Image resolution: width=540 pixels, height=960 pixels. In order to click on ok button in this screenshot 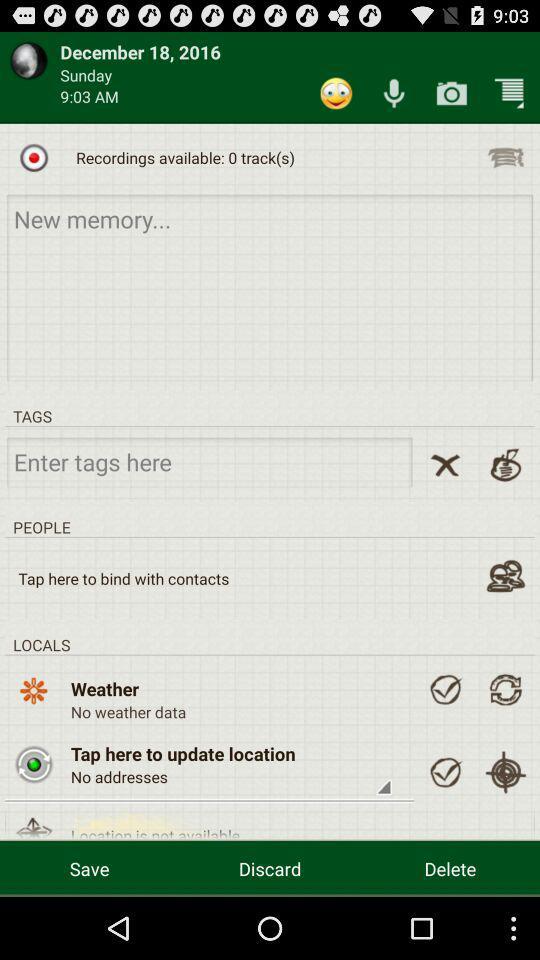, I will do `click(445, 771)`.